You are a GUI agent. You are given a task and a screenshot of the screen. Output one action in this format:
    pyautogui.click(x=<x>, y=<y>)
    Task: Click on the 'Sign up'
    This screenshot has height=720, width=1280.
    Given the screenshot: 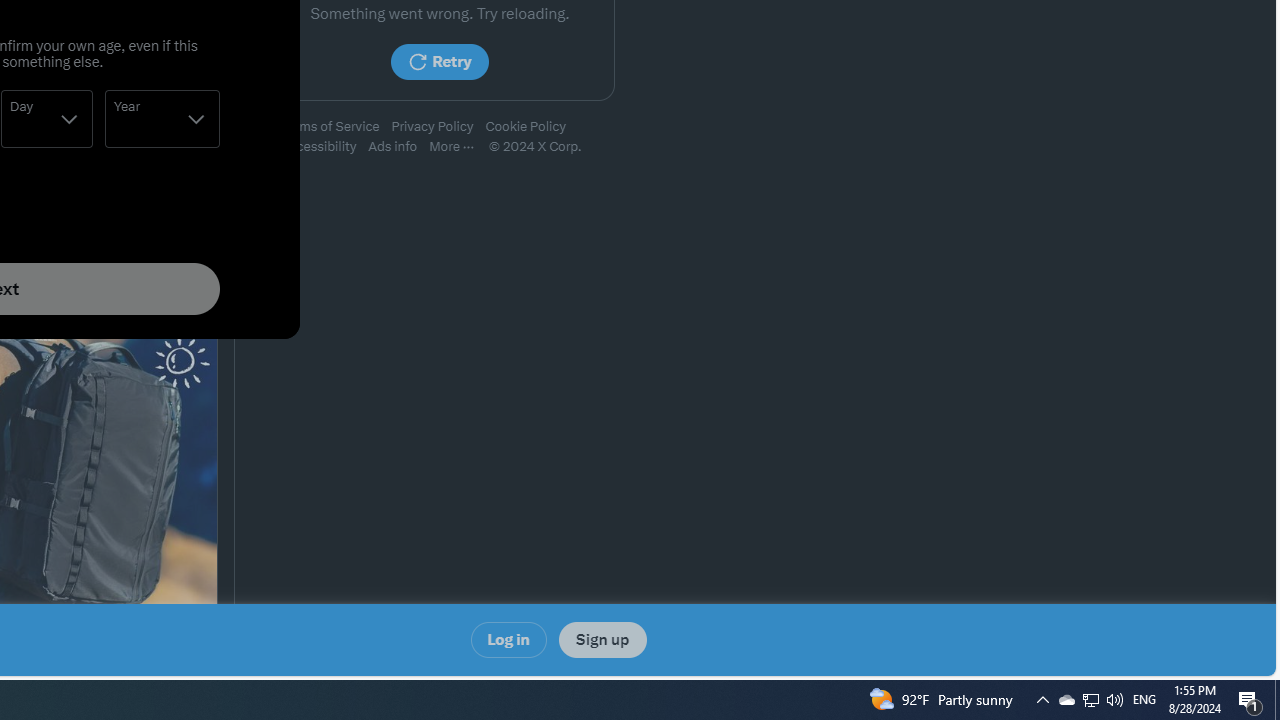 What is the action you would take?
    pyautogui.click(x=601, y=640)
    